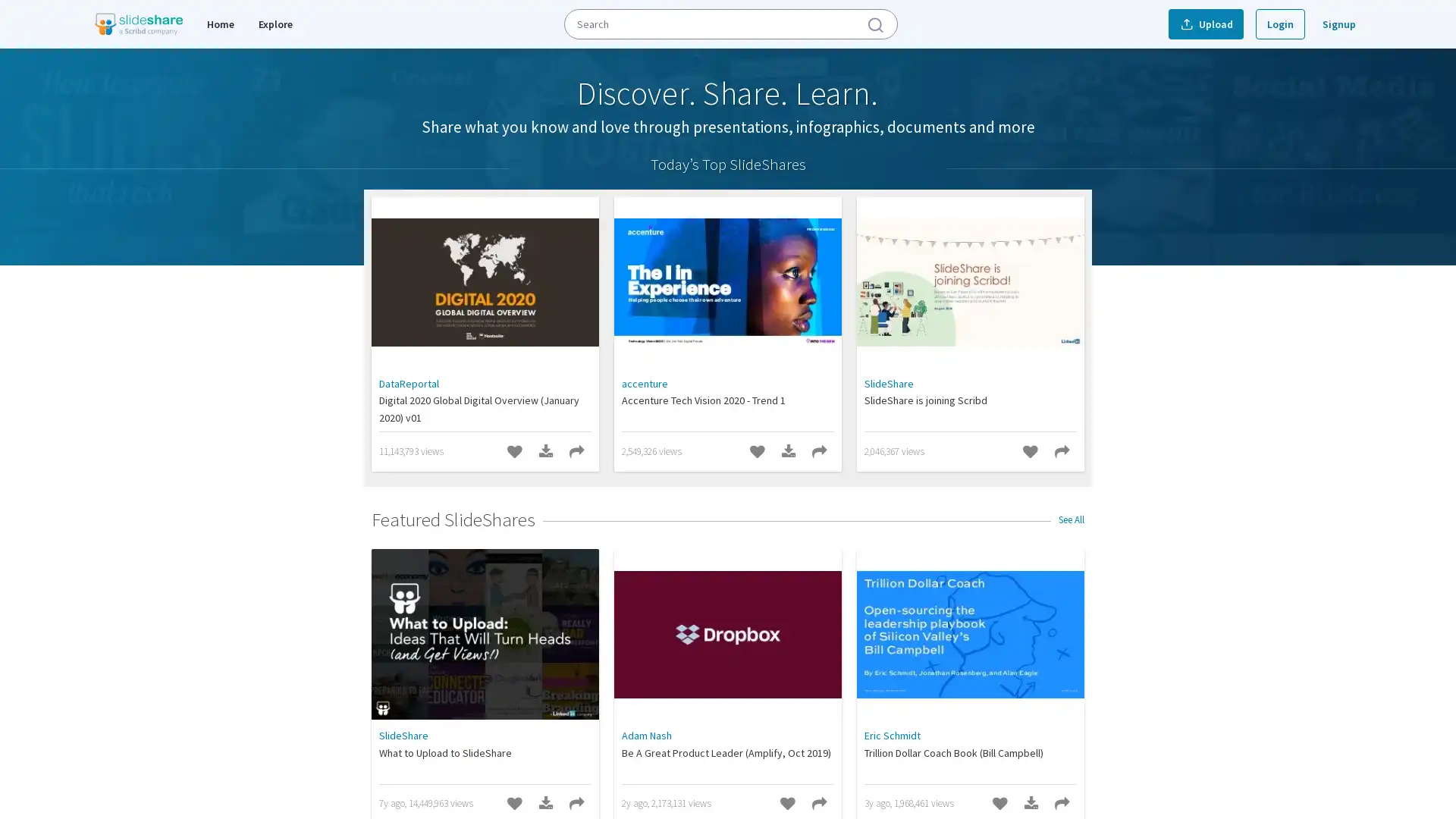 This screenshot has width=1456, height=819. Describe the element at coordinates (575, 450) in the screenshot. I see `Share Digital 2020 Global Digital Overview (January 2020) v01 SlideShare.` at that location.